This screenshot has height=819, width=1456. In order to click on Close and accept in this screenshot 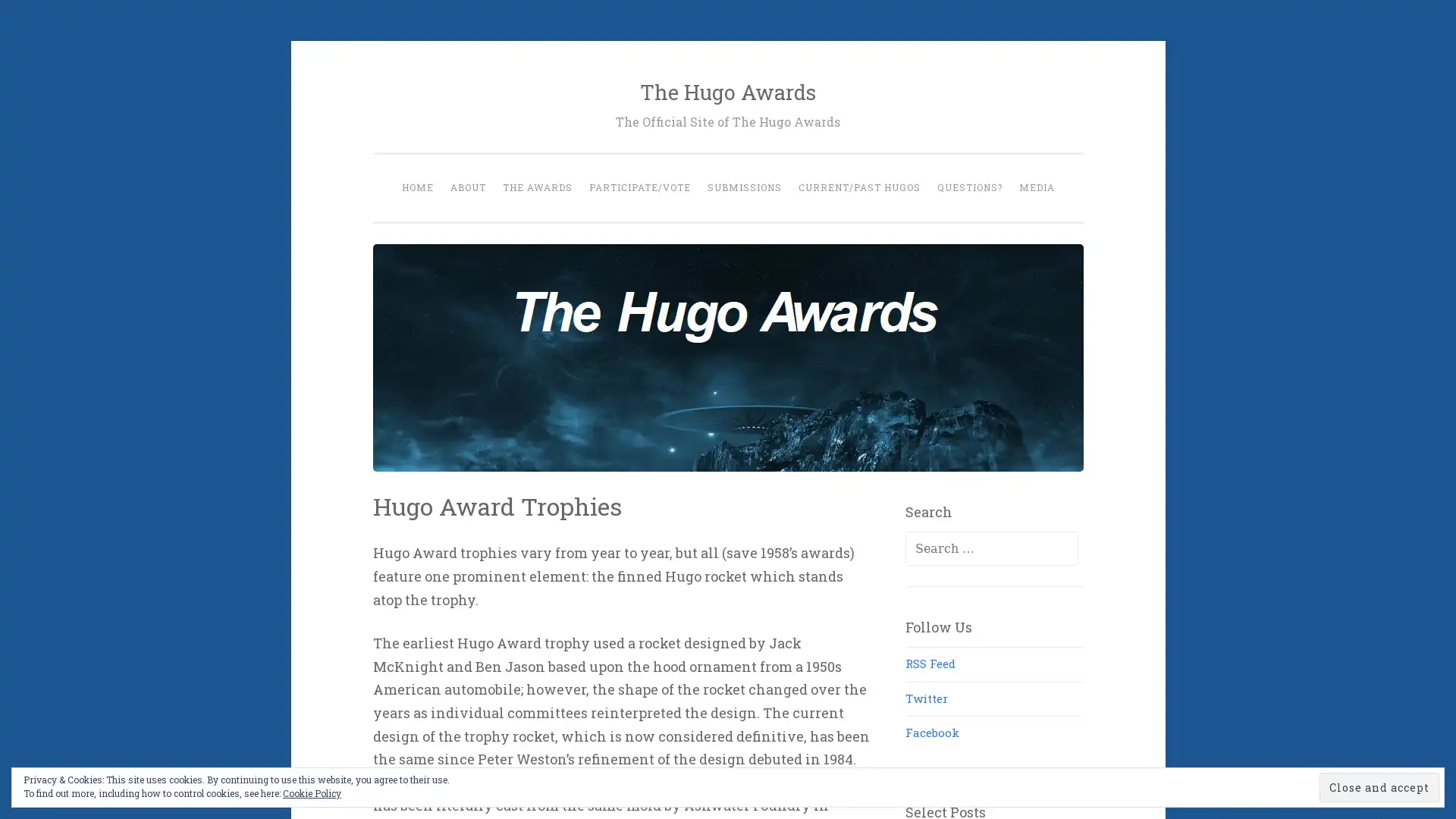, I will do `click(1379, 786)`.